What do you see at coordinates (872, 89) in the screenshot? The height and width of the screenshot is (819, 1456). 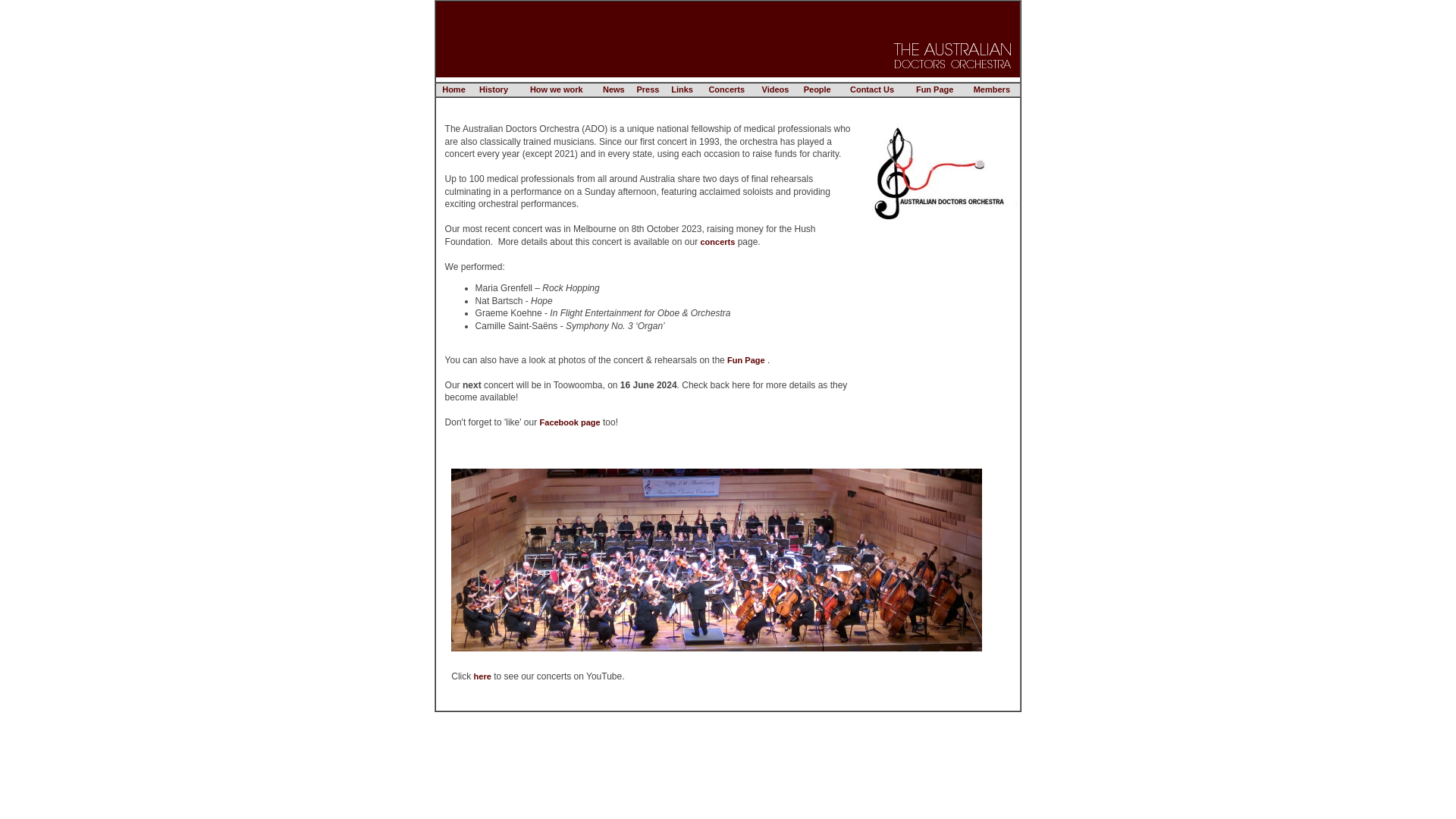 I see `'Contact Us'` at bounding box center [872, 89].